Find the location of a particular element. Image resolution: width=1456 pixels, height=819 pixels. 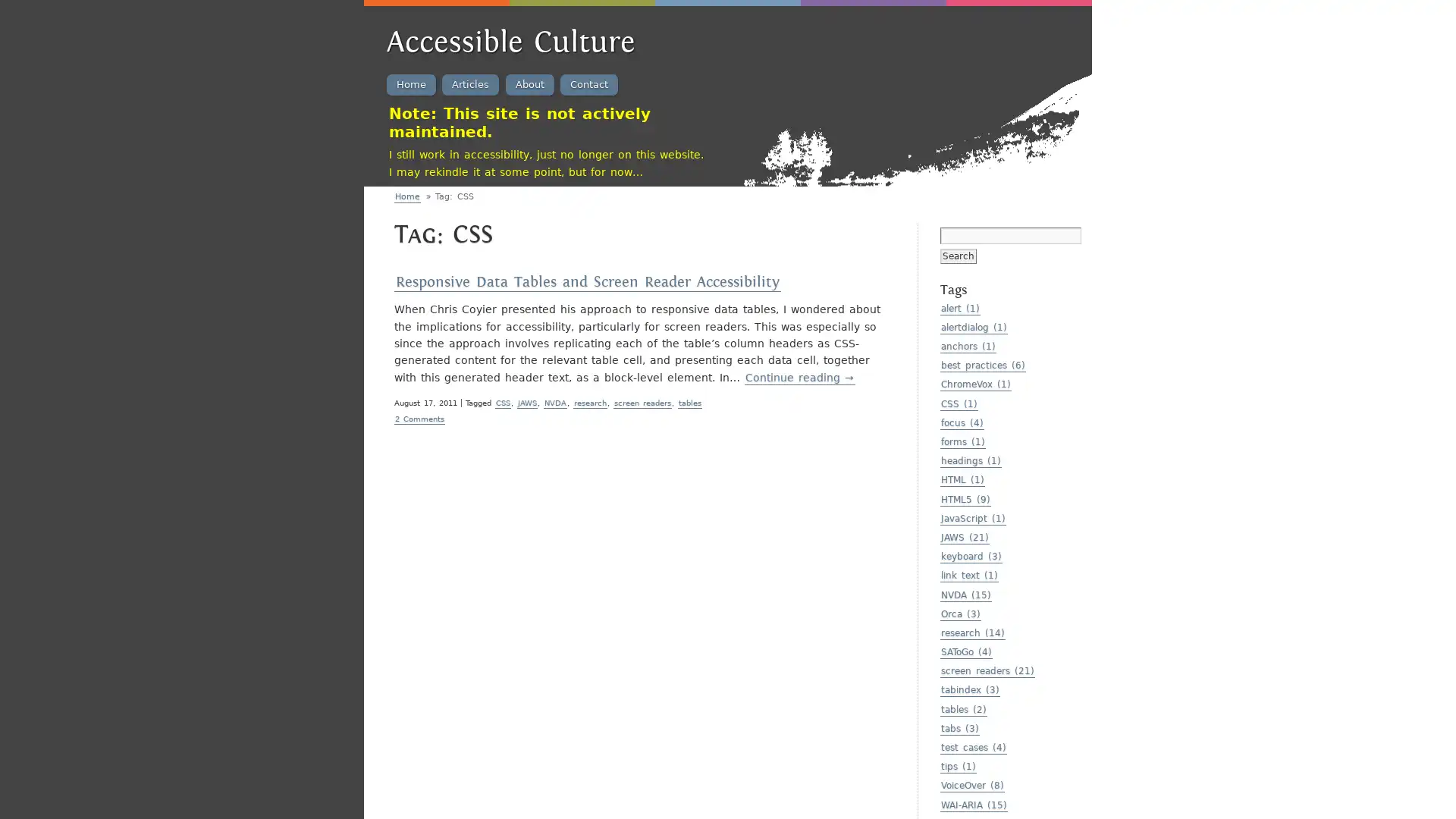

Search is located at coordinates (957, 256).